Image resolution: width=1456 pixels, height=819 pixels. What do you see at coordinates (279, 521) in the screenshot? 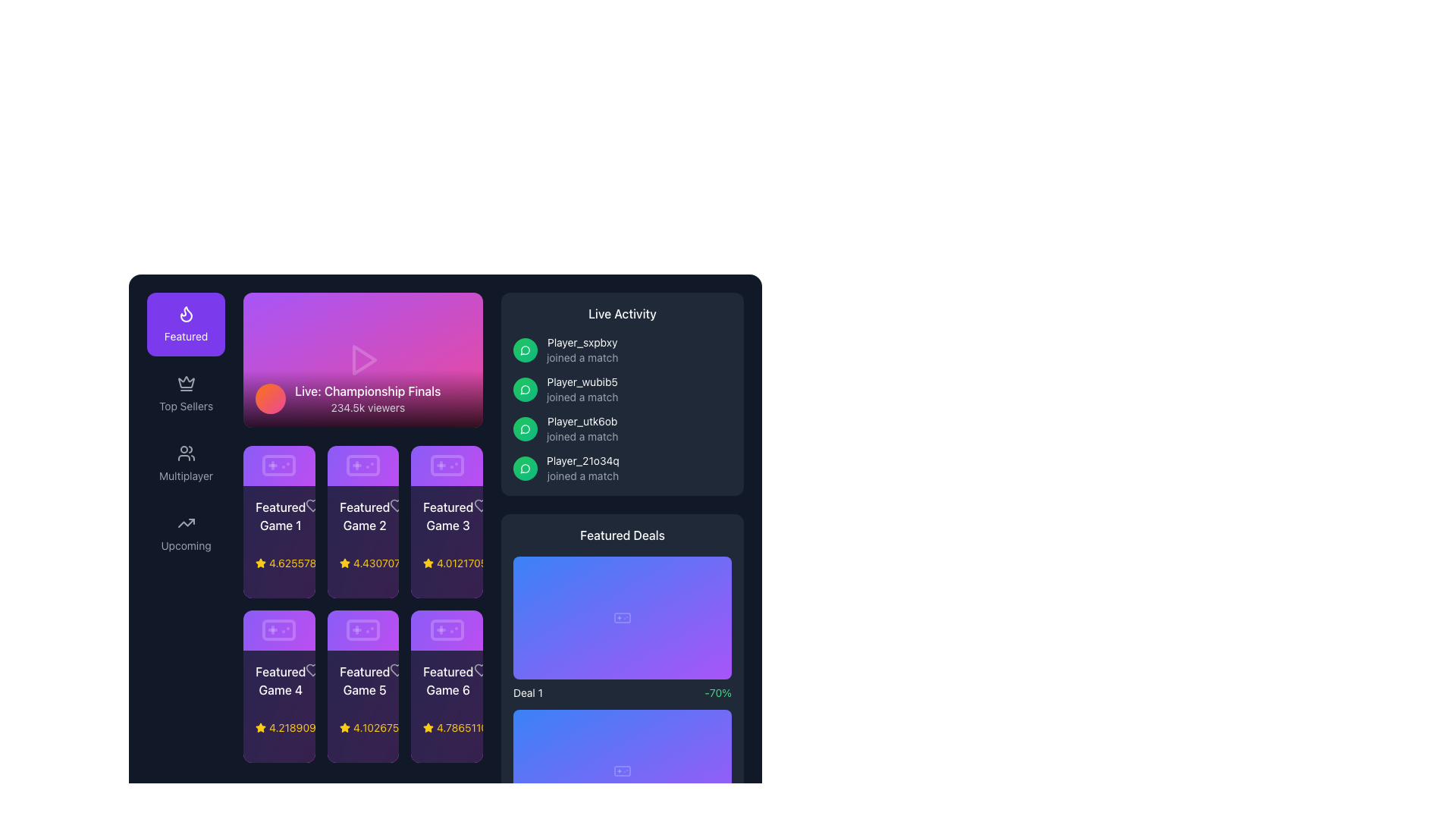
I see `the first card in the 'Featured Games' section, which showcases a featured game including its title, star rating, number of online users, and price` at bounding box center [279, 521].